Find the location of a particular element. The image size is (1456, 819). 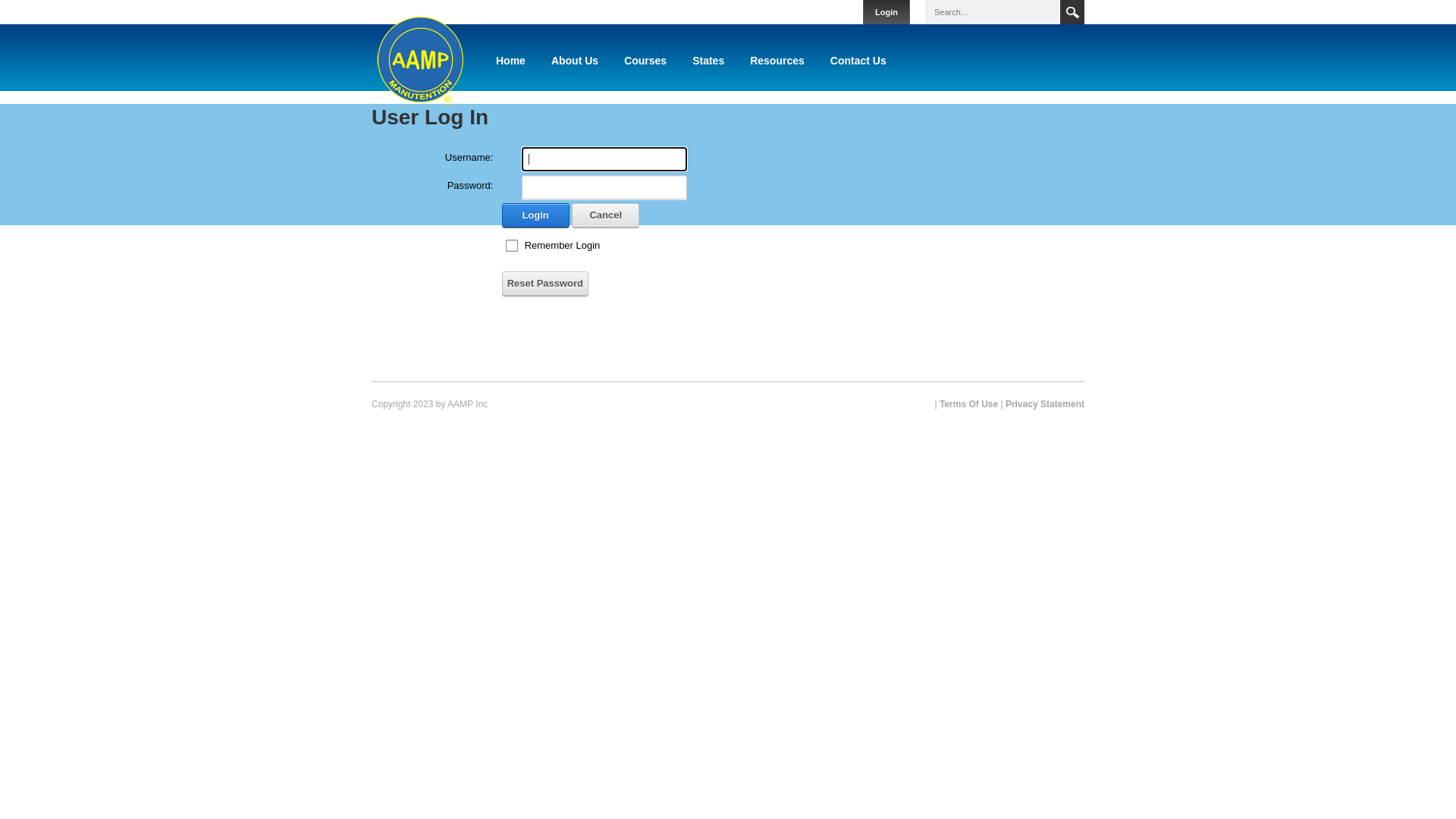

'Resources' is located at coordinates (777, 60).